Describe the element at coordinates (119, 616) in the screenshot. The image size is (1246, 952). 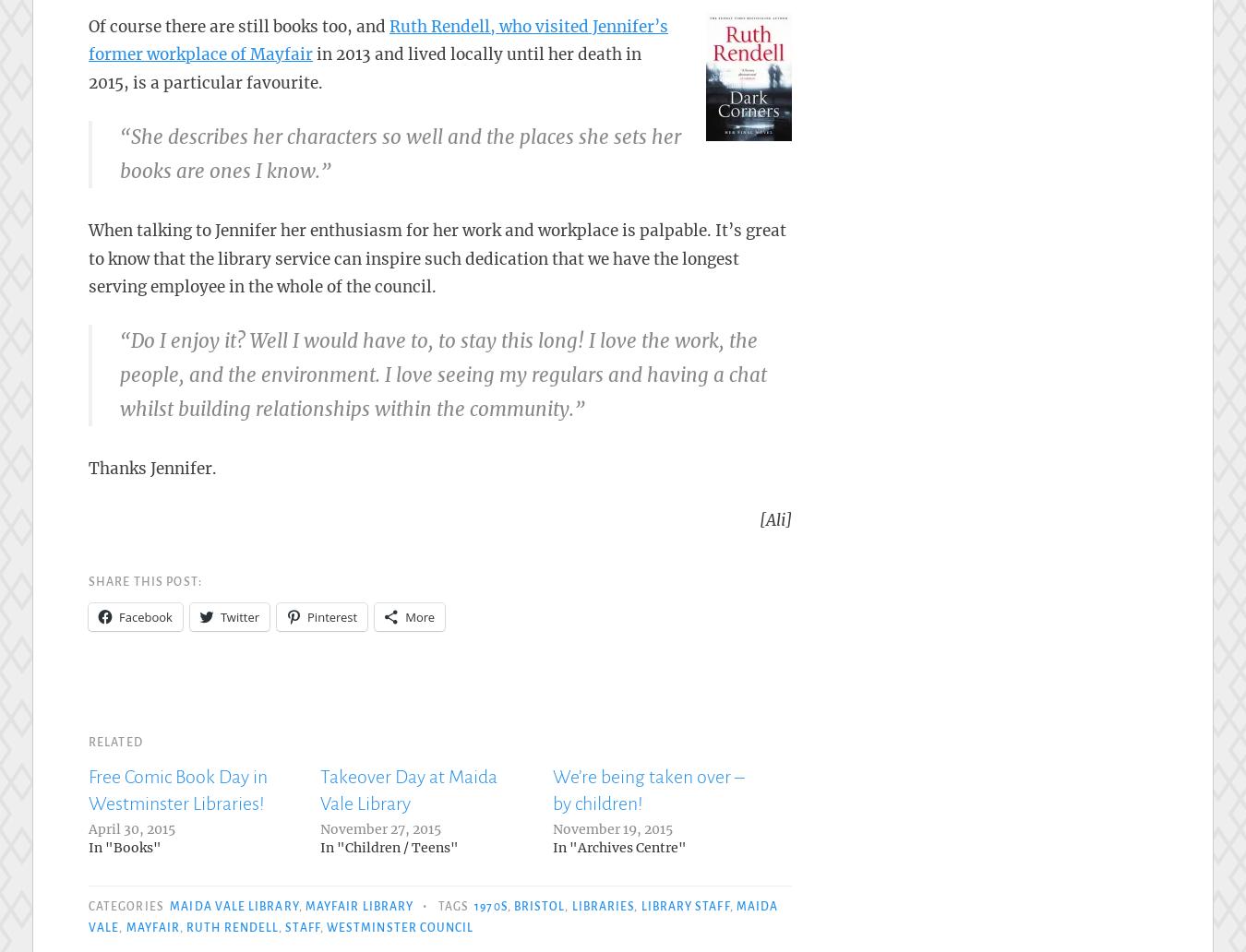
I see `'Facebook'` at that location.